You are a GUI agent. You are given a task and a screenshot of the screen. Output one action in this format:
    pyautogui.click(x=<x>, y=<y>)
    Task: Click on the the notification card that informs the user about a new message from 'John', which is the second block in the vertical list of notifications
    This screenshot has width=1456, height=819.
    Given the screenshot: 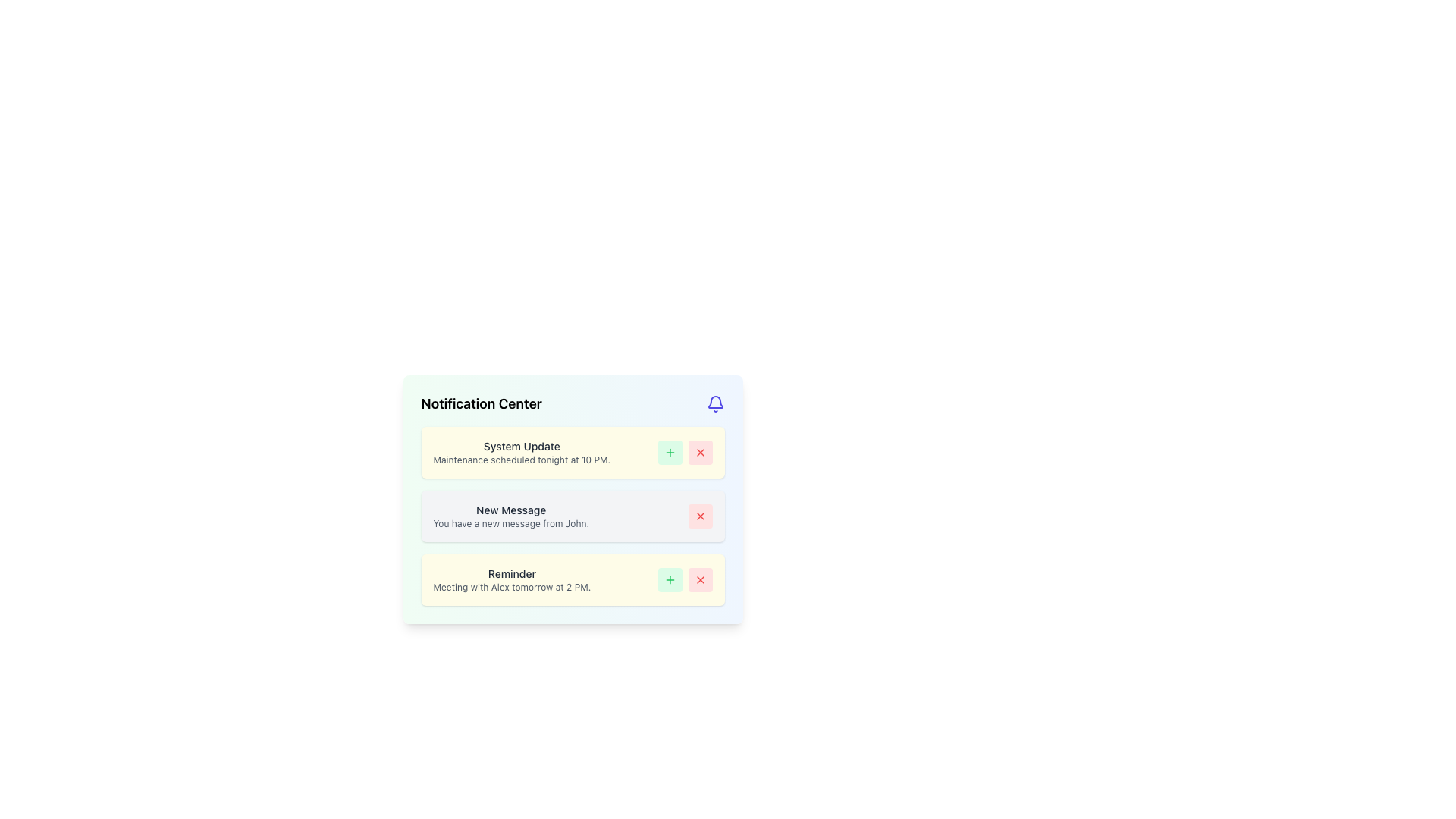 What is the action you would take?
    pyautogui.click(x=572, y=500)
    